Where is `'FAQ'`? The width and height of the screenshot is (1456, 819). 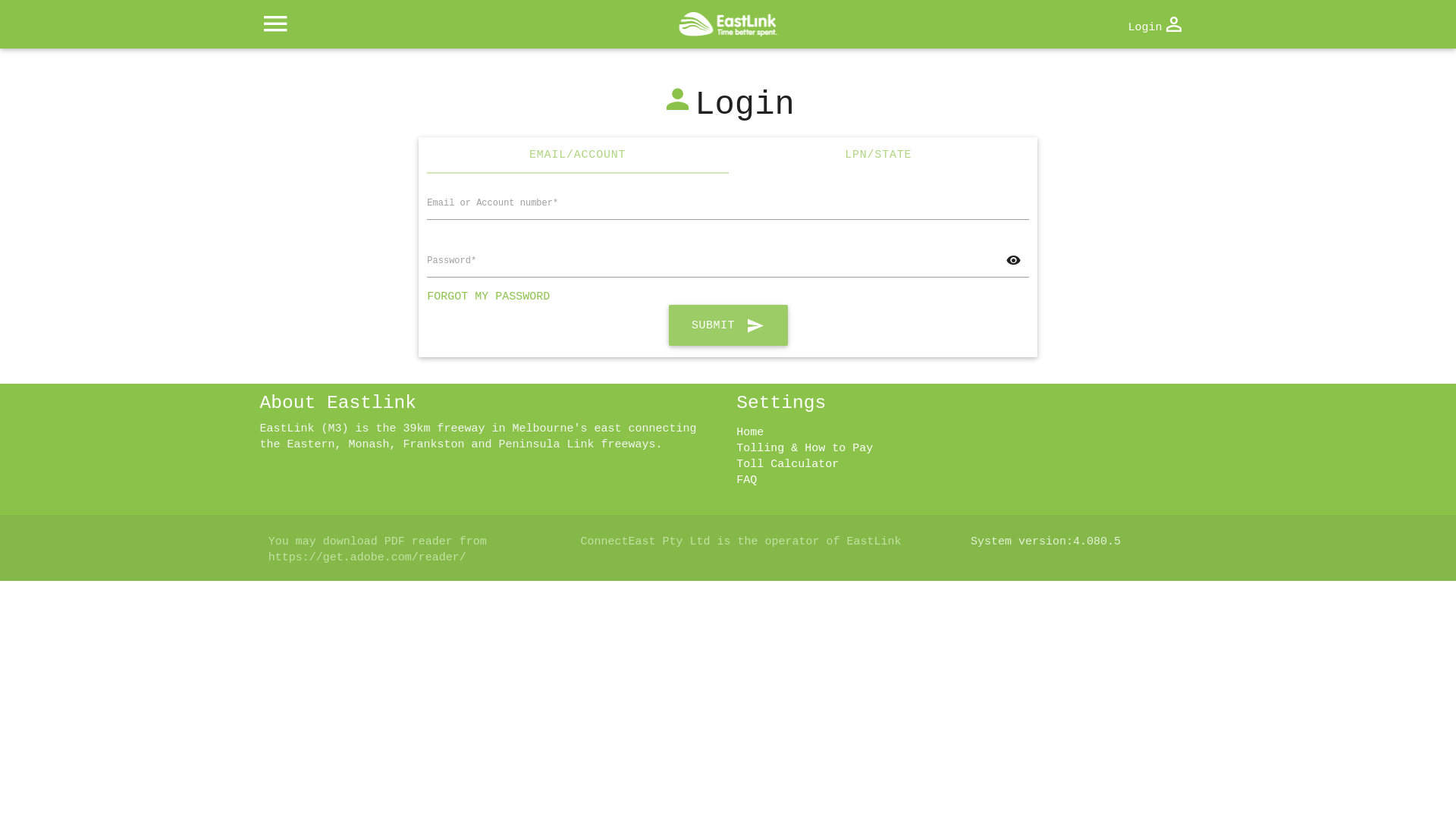
'FAQ' is located at coordinates (746, 480).